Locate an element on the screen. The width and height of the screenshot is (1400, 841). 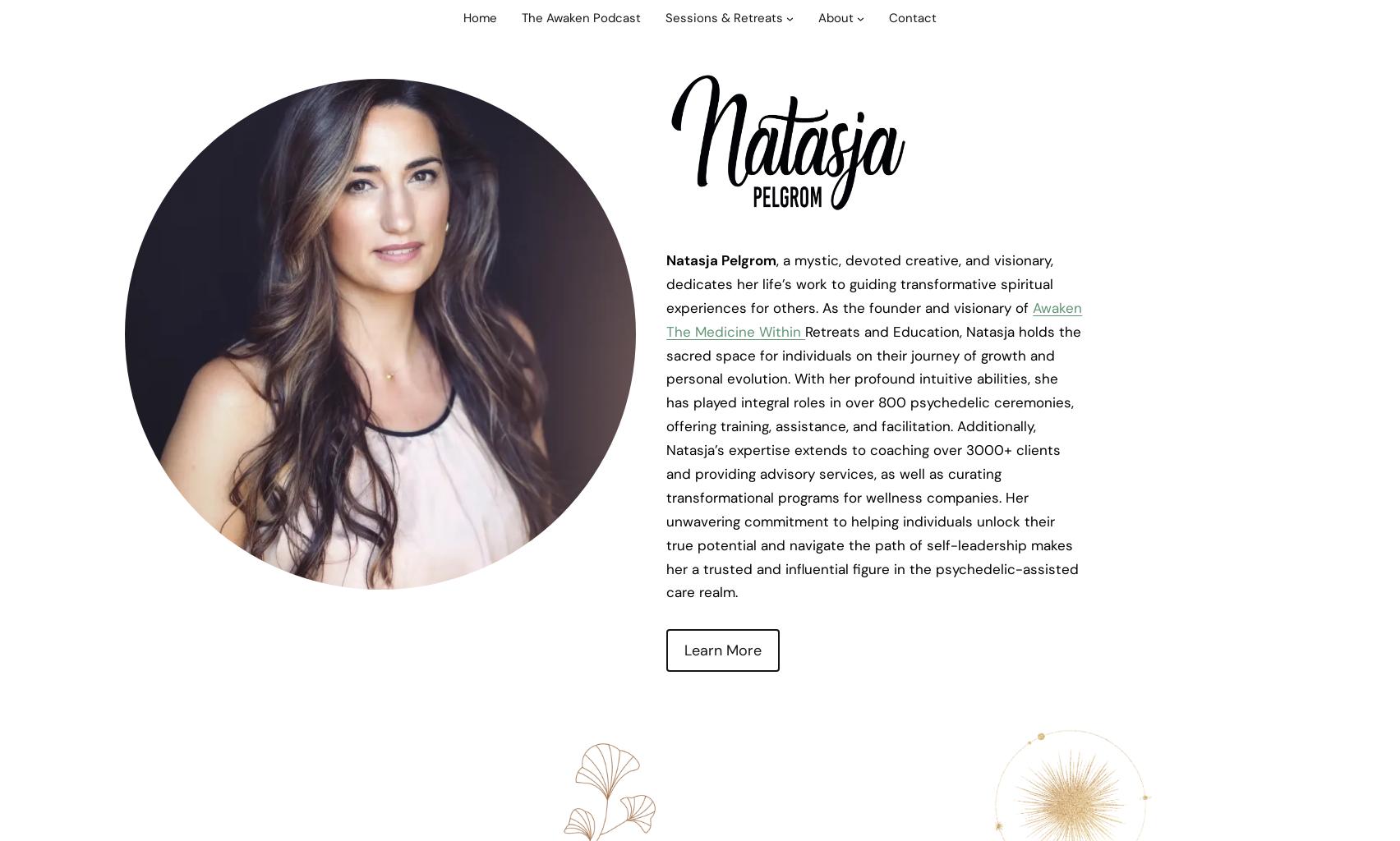
', a mystic, devoted creative, and visionary, dedicates her life’s work to guiding transformative spiritual experiences for others. As the founder and visionary of' is located at coordinates (859, 283).